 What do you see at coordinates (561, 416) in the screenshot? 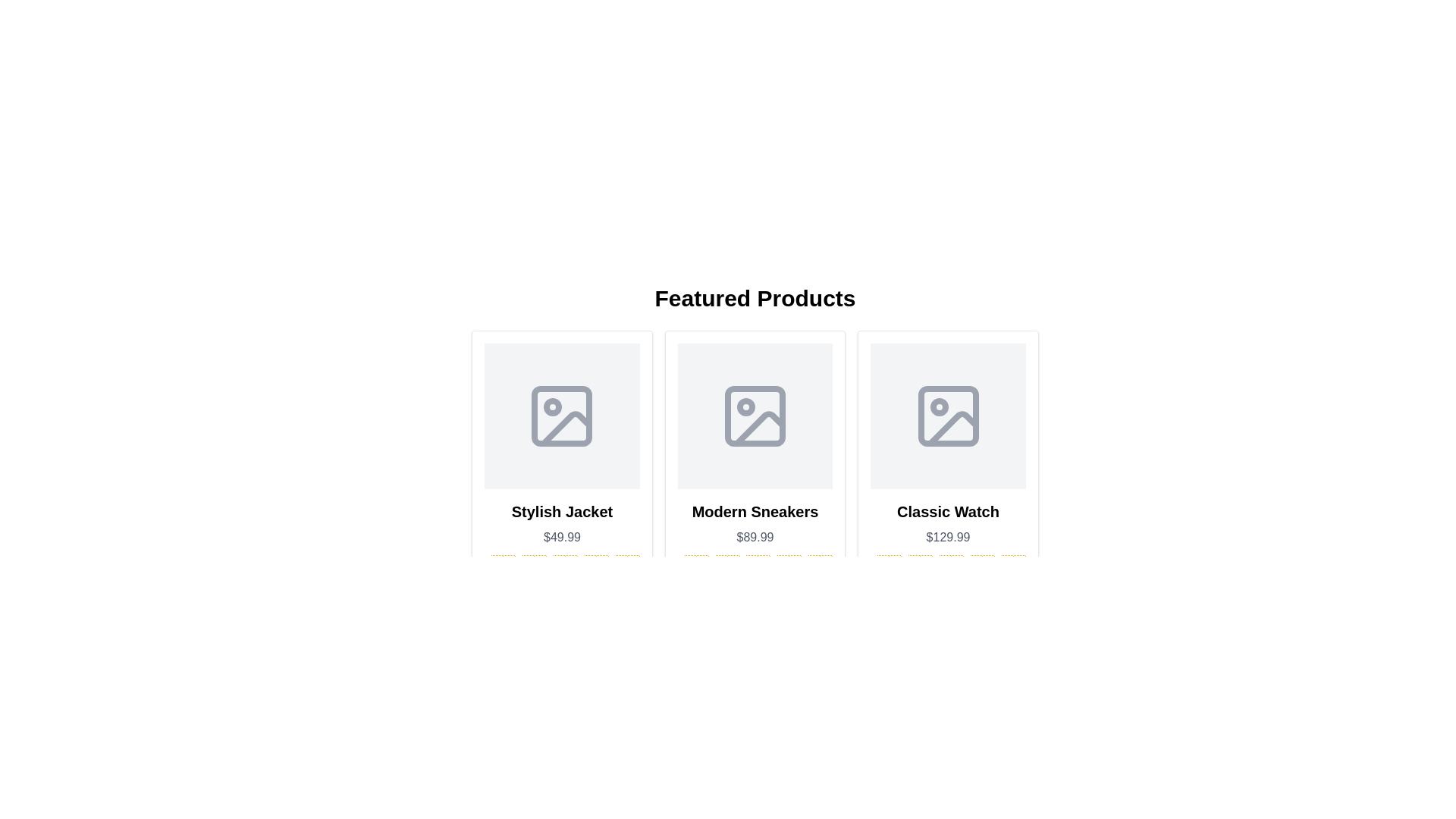
I see `the image placeholder located at the top of the 'Stylish Jacket' product card to associate it with product representation` at bounding box center [561, 416].